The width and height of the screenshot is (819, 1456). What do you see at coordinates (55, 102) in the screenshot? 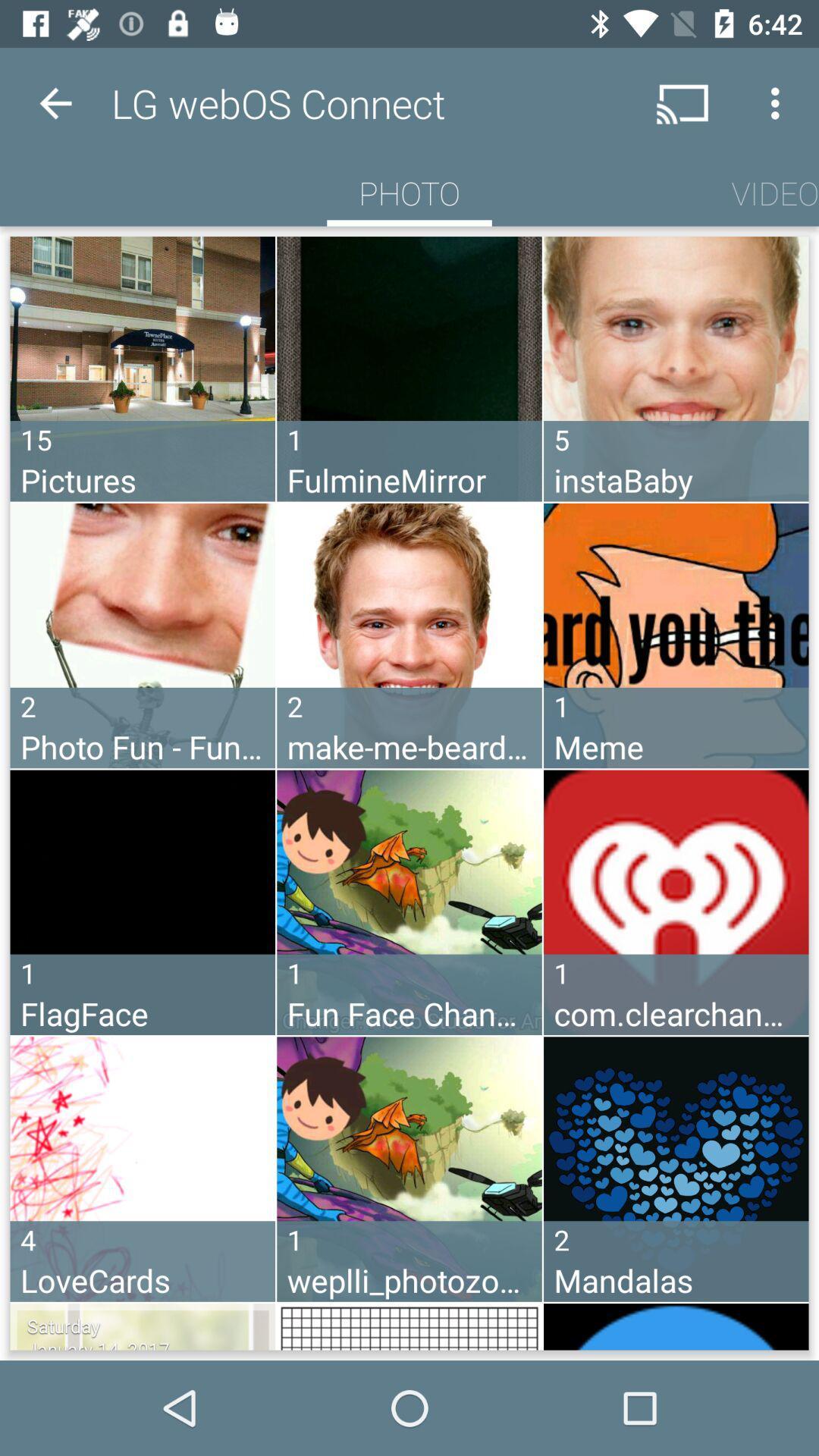
I see `the item to the left of the lg webos connect icon` at bounding box center [55, 102].